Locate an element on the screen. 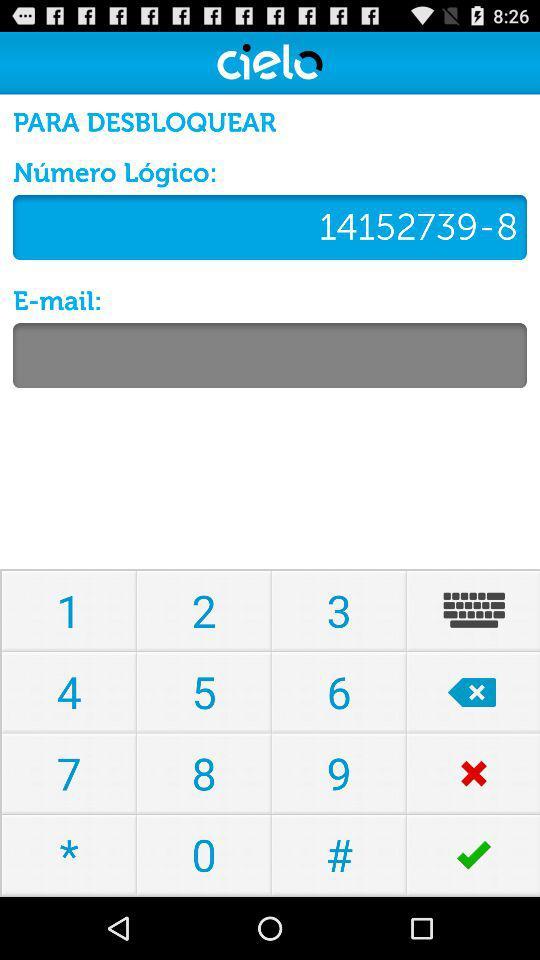 The image size is (540, 960). to type mail bar is located at coordinates (270, 355).